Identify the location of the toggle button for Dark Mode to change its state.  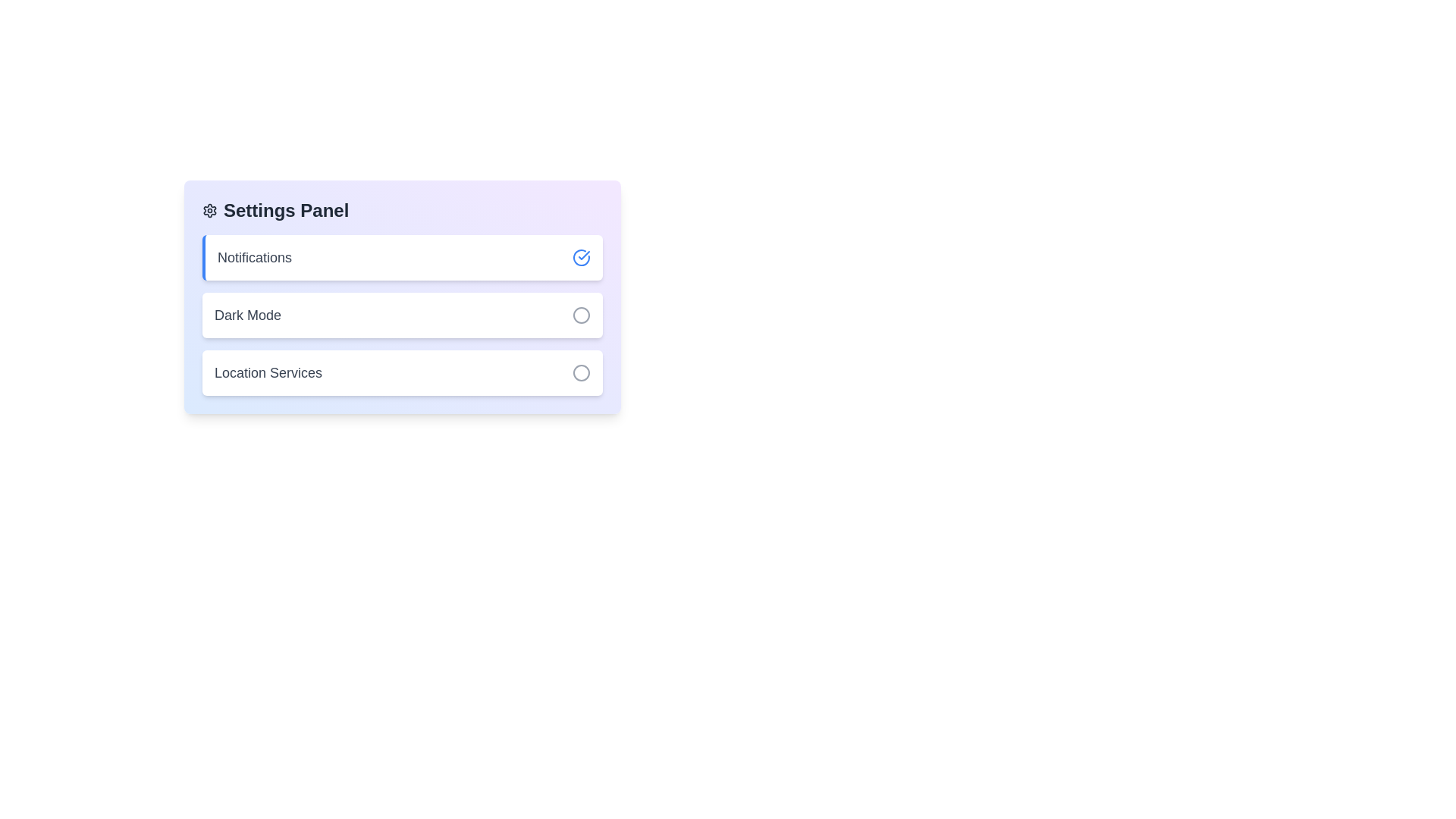
(581, 315).